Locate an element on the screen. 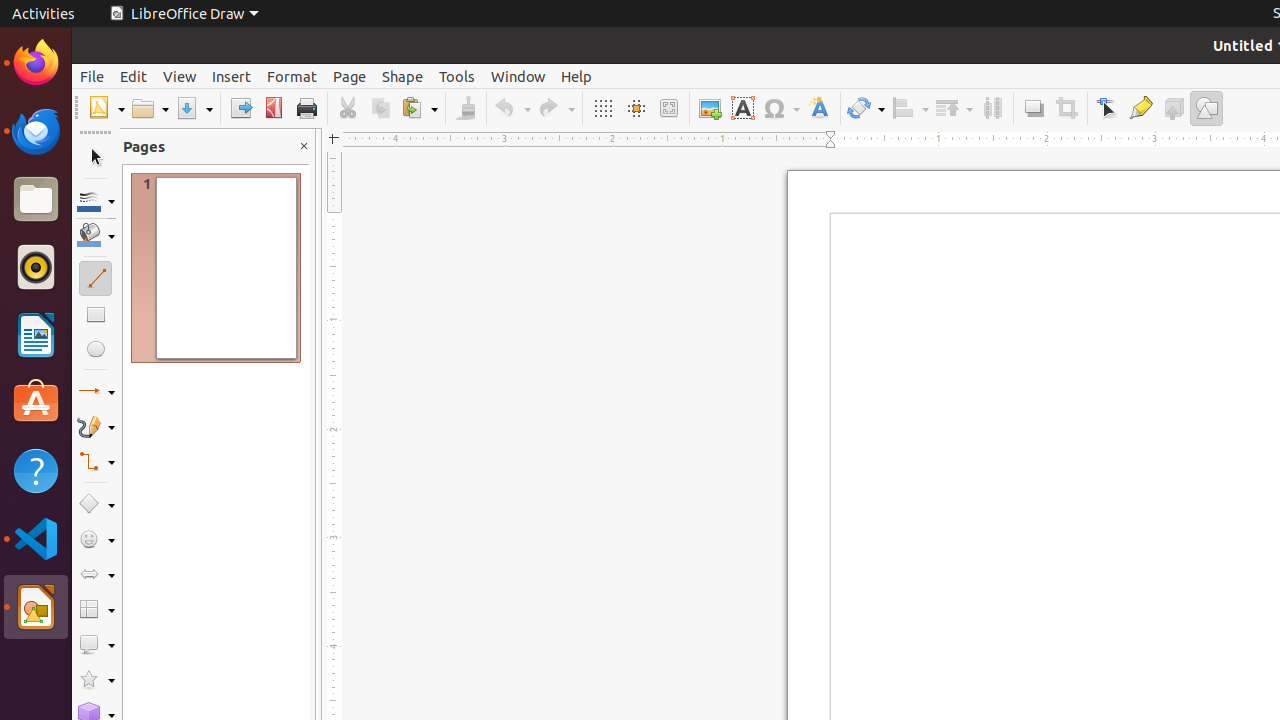  'Copy' is located at coordinates (380, 108).